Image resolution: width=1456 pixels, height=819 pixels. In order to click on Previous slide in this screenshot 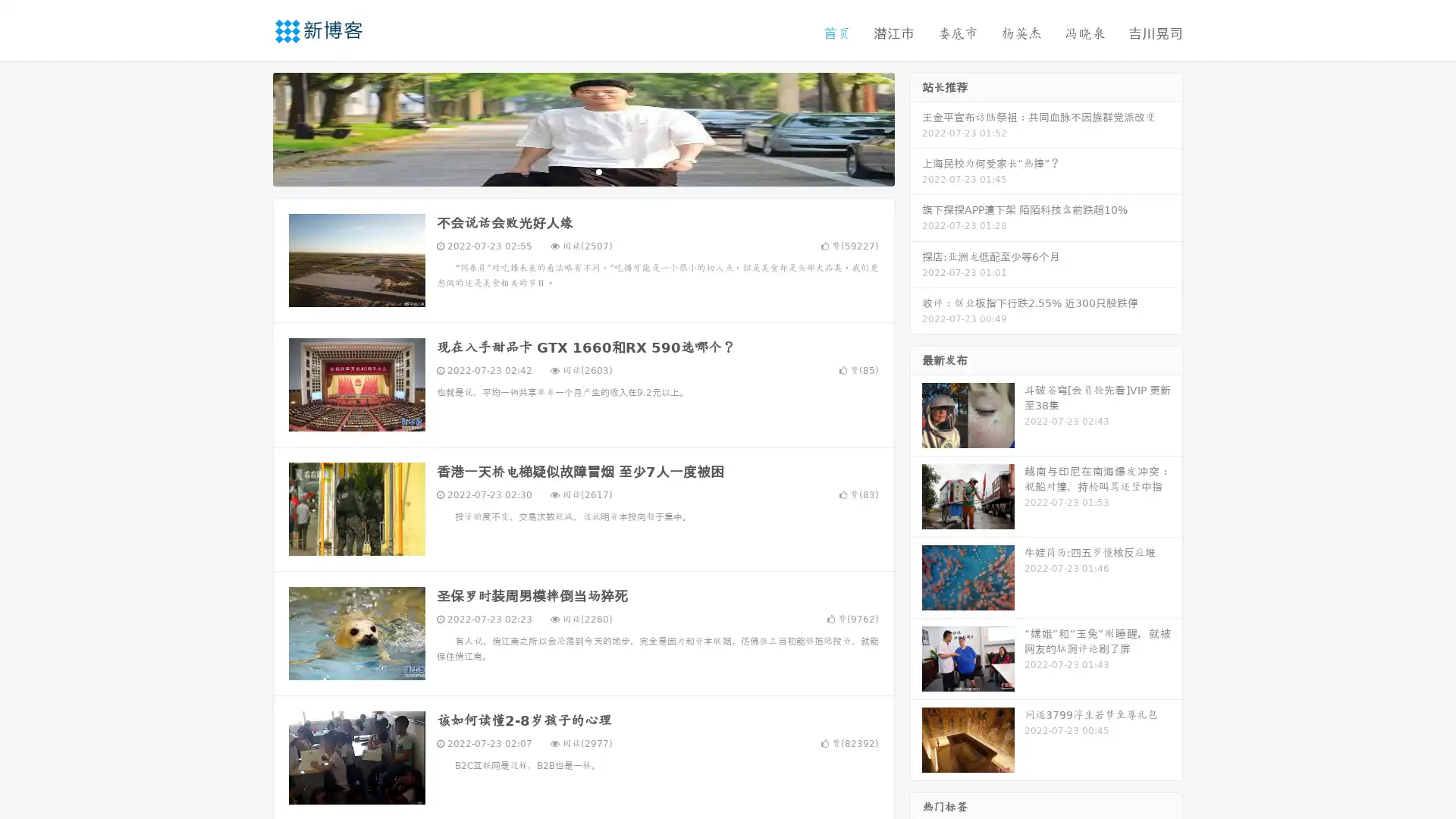, I will do `click(250, 127)`.